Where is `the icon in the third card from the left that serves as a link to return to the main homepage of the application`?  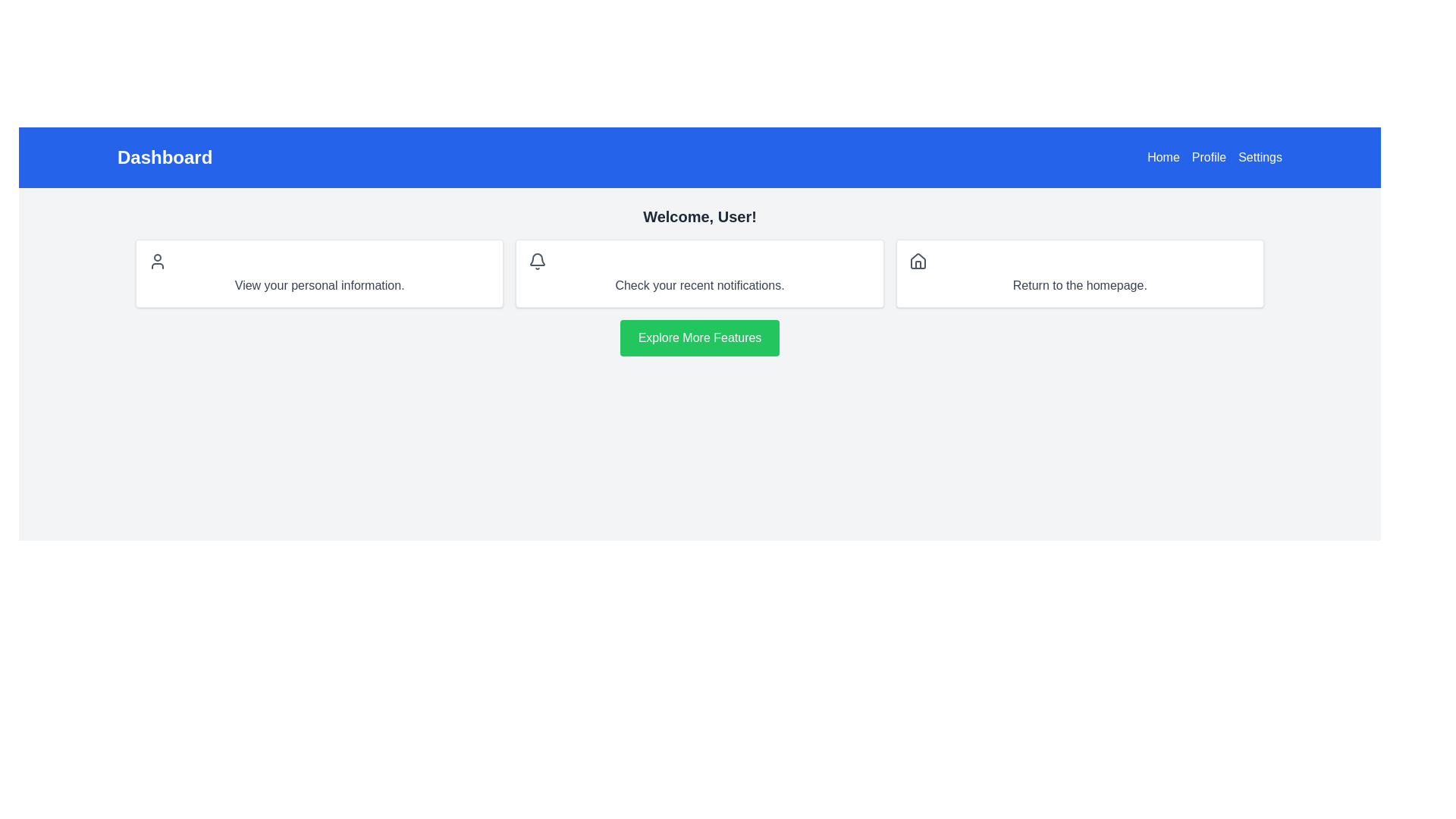 the icon in the third card from the left that serves as a link to return to the main homepage of the application is located at coordinates (1079, 274).